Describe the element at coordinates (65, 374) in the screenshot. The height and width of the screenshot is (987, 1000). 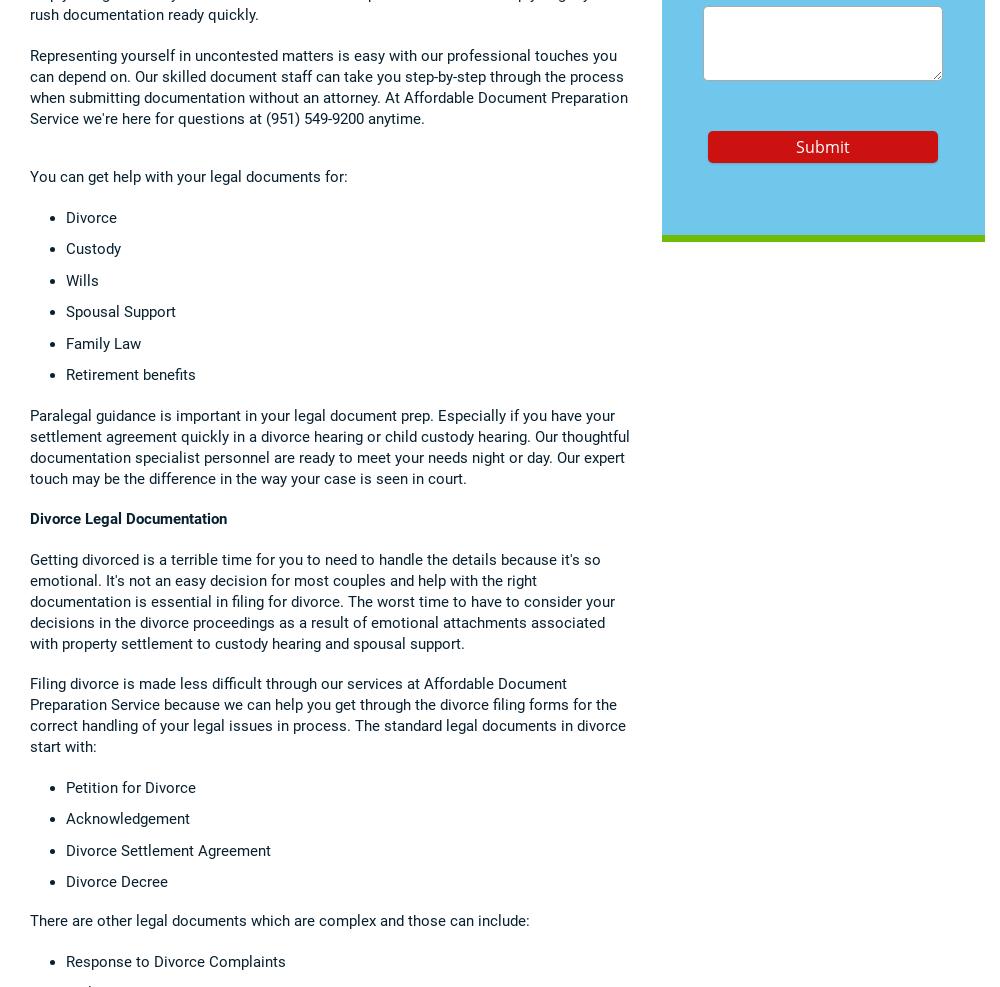
I see `'Retirement benefits'` at that location.